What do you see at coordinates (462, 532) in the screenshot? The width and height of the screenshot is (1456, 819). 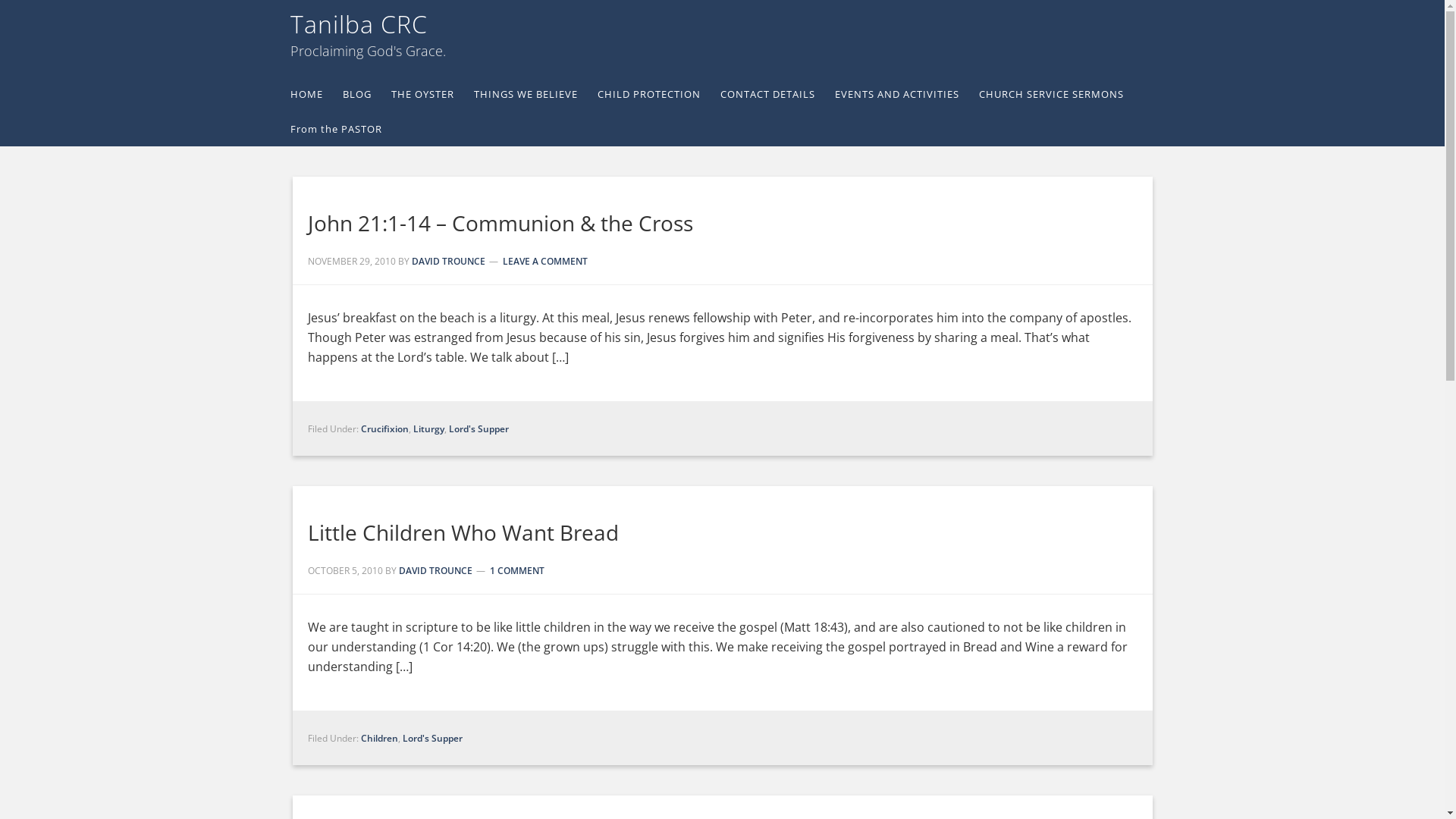 I see `'Little Children Who Want Bread'` at bounding box center [462, 532].